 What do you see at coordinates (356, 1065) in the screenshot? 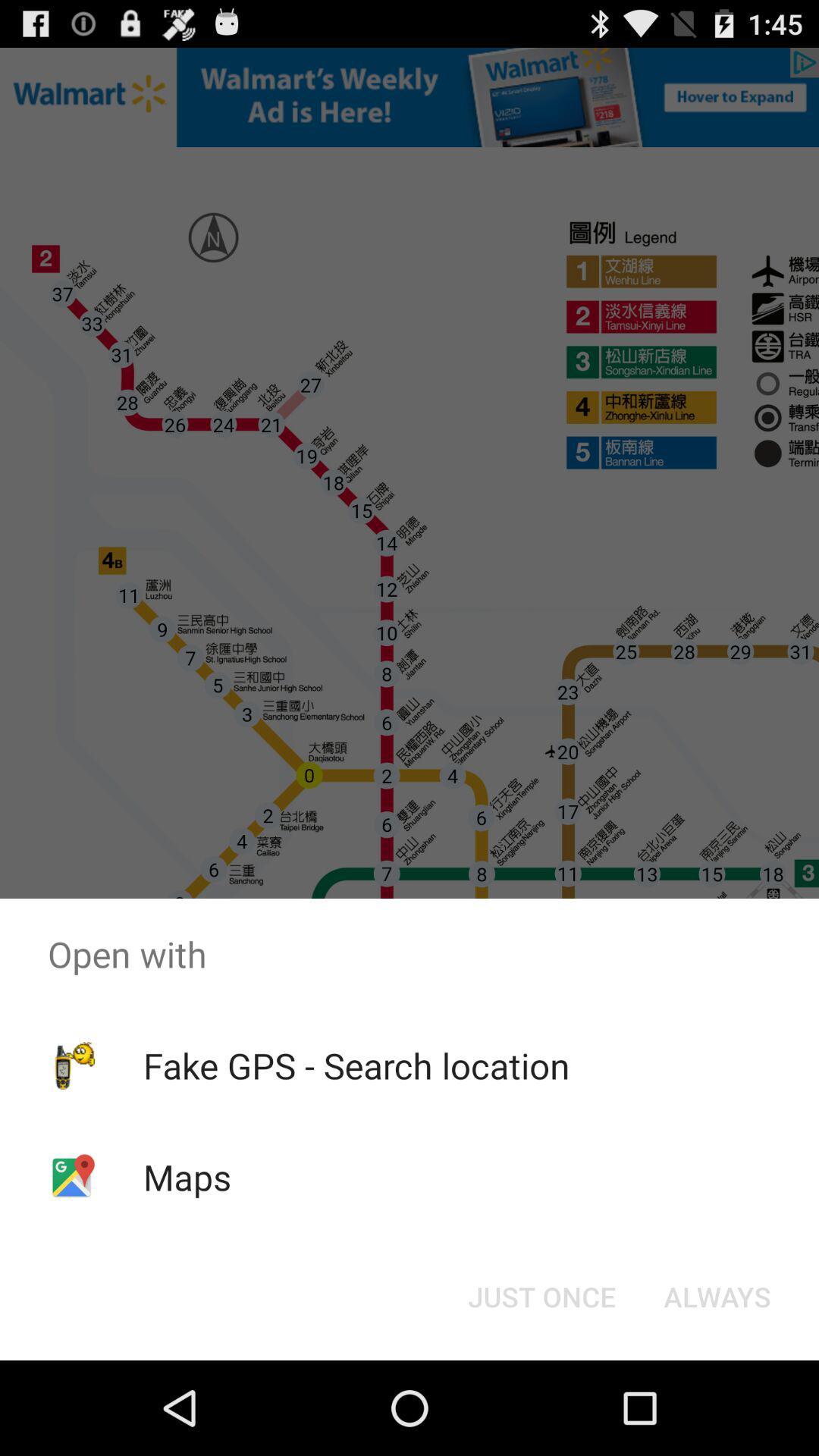
I see `the icon above maps item` at bounding box center [356, 1065].